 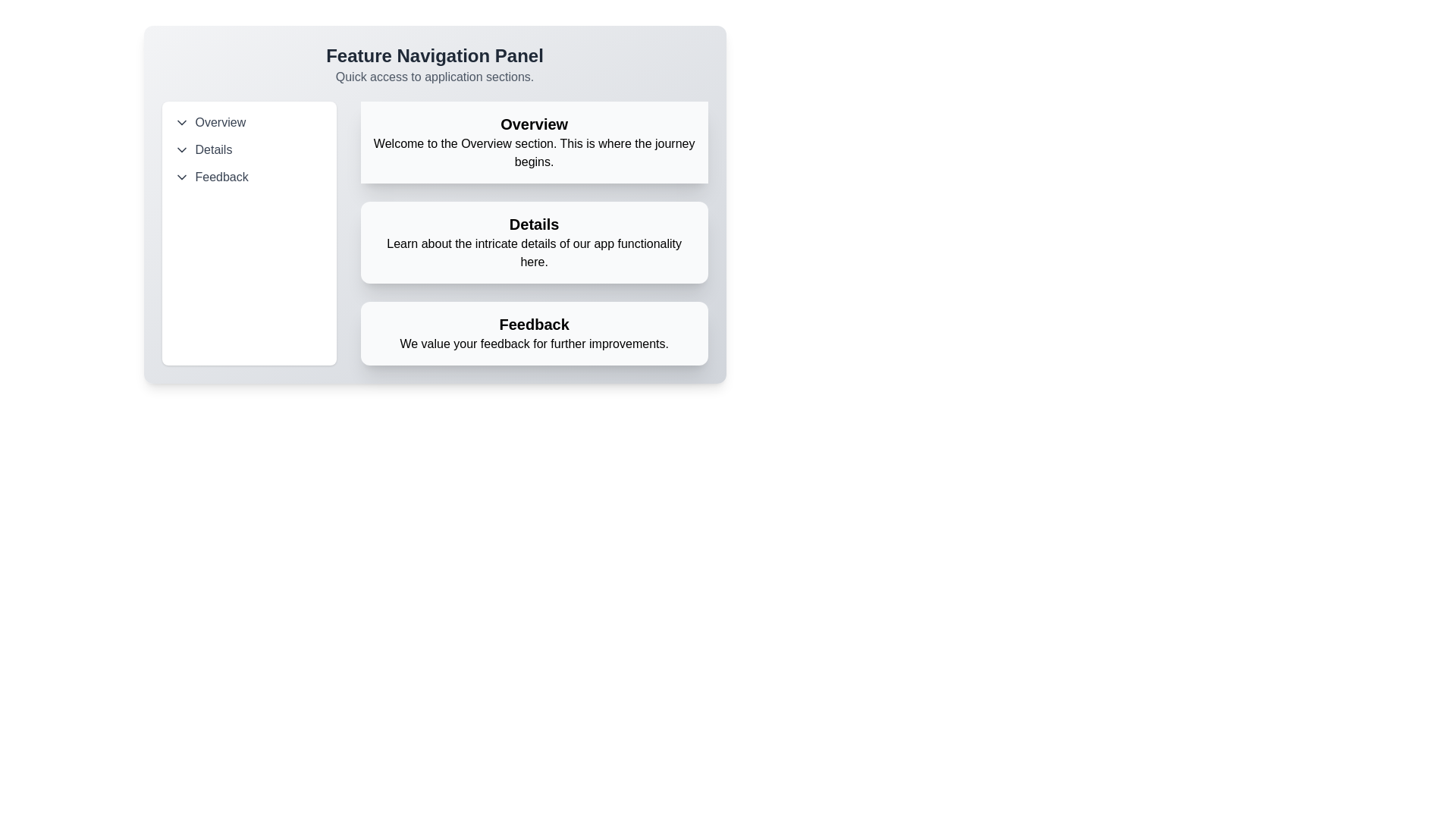 What do you see at coordinates (534, 234) in the screenshot?
I see `text contained in the Informational panel, which is the second section in a column of three sections, centered horizontally between 'Overview' and 'Feedback'` at bounding box center [534, 234].